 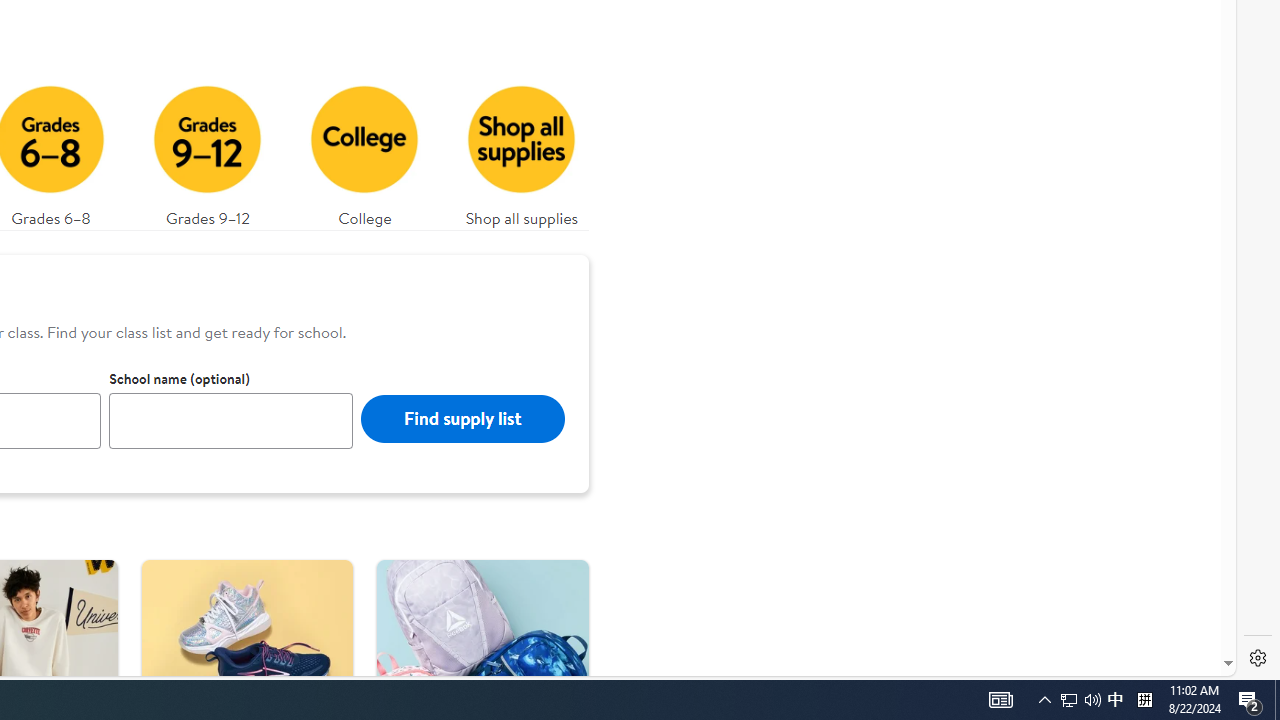 What do you see at coordinates (521, 150) in the screenshot?
I see `'Shop all supplies'` at bounding box center [521, 150].